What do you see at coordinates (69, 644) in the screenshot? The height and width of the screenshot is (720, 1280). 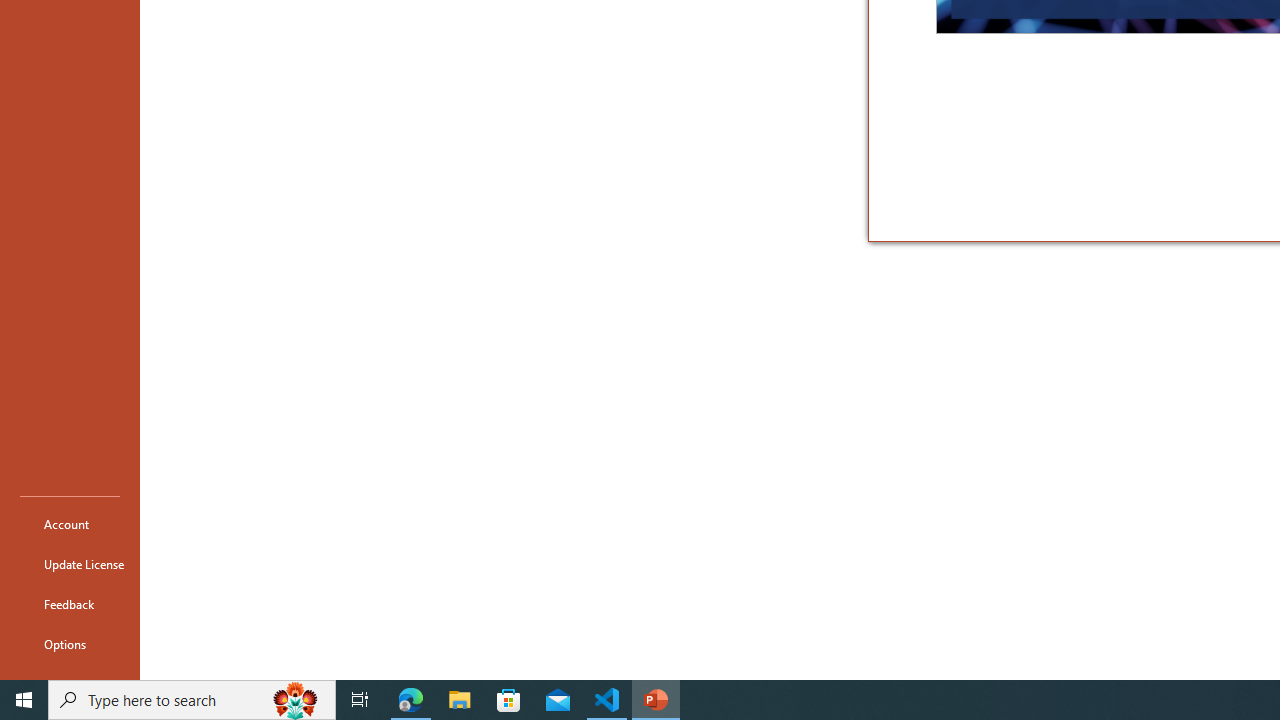 I see `'Options'` at bounding box center [69, 644].